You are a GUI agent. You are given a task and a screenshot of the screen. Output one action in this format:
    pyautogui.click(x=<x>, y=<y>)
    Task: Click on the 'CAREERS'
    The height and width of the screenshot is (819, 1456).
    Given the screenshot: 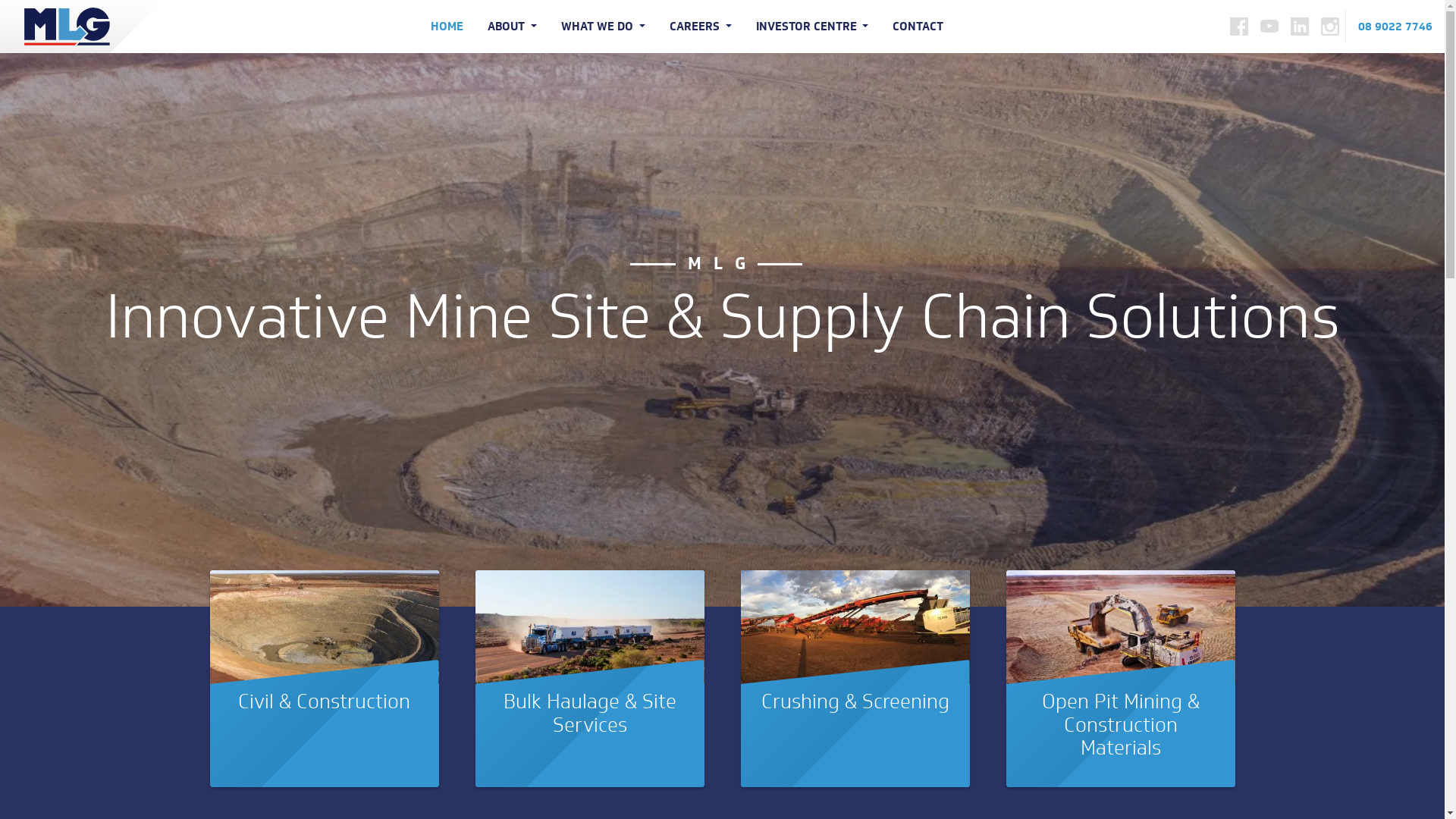 What is the action you would take?
    pyautogui.click(x=700, y=27)
    